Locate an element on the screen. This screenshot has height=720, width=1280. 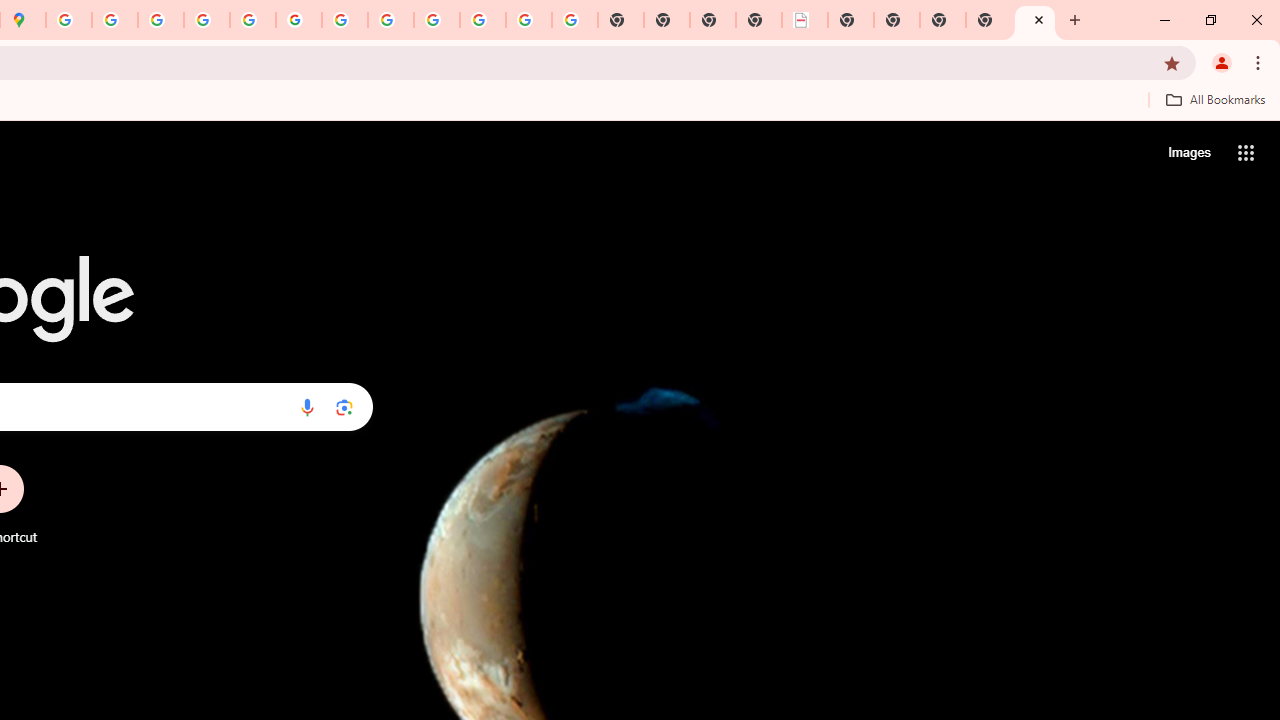
'LAAD Defence & Security 2025 | BAE Systems' is located at coordinates (805, 20).